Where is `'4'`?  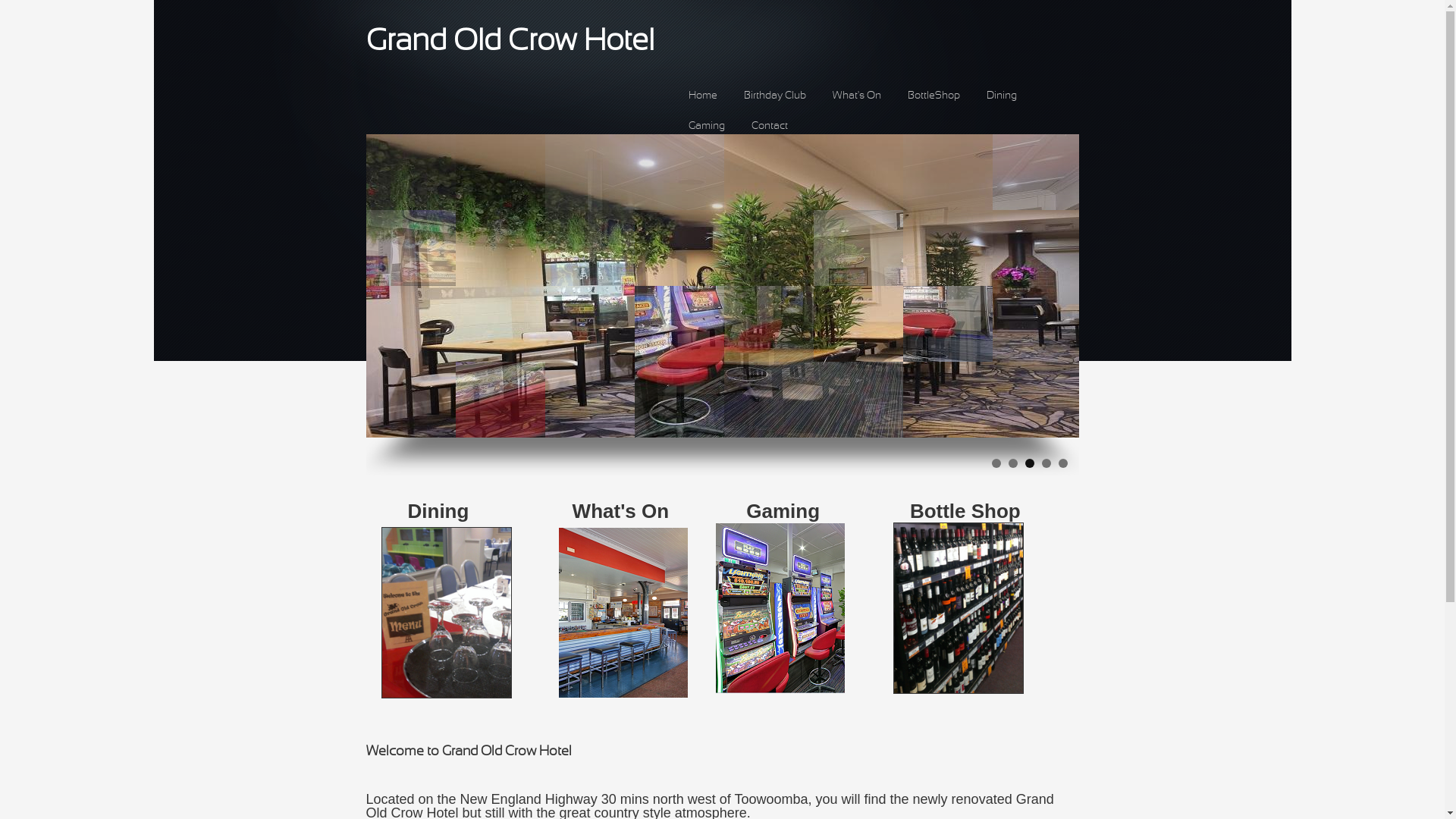 '4' is located at coordinates (1040, 462).